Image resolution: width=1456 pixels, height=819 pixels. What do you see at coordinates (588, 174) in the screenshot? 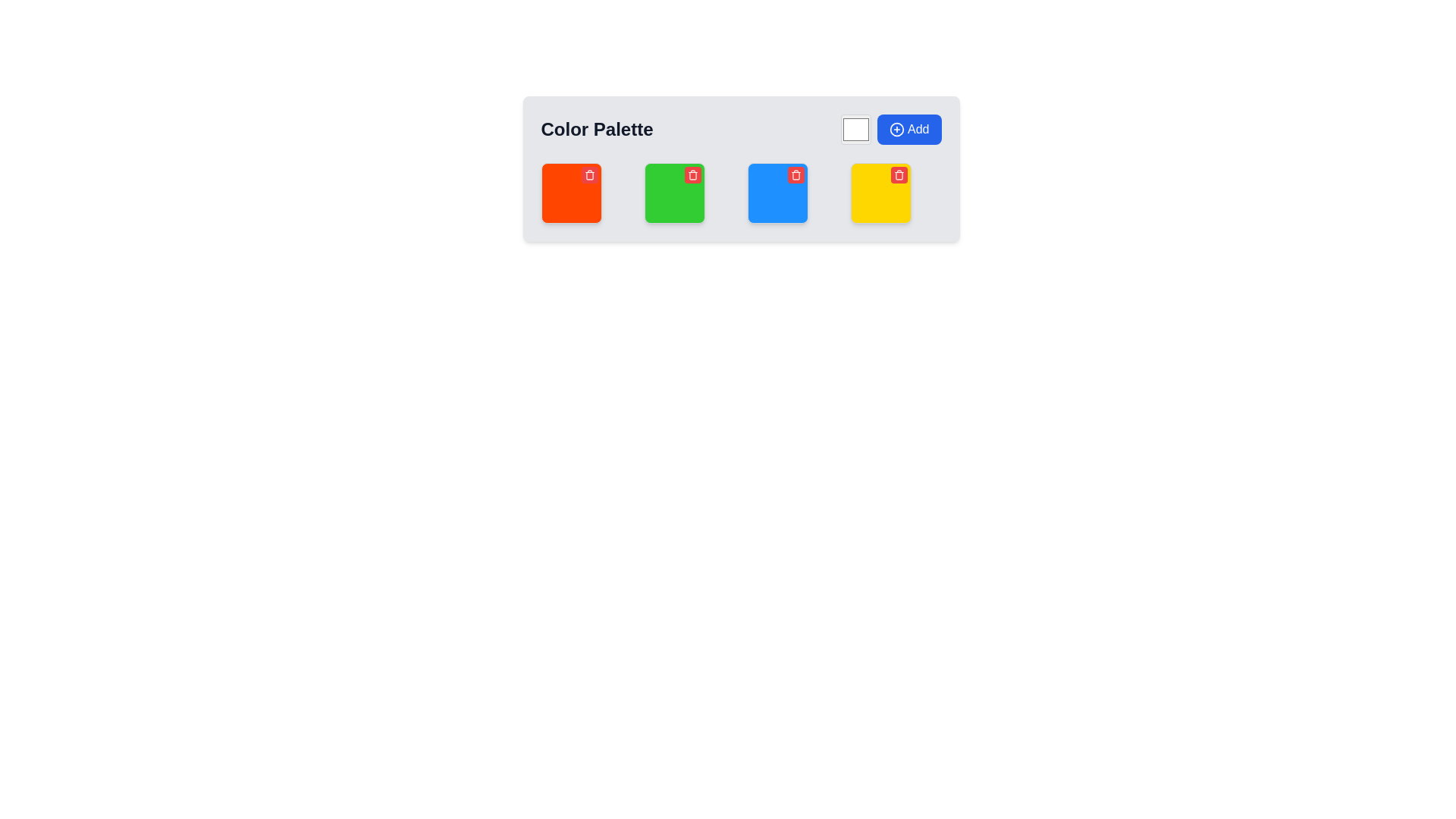
I see `the delete button located in the top-right corner of the first orange square tile` at bounding box center [588, 174].